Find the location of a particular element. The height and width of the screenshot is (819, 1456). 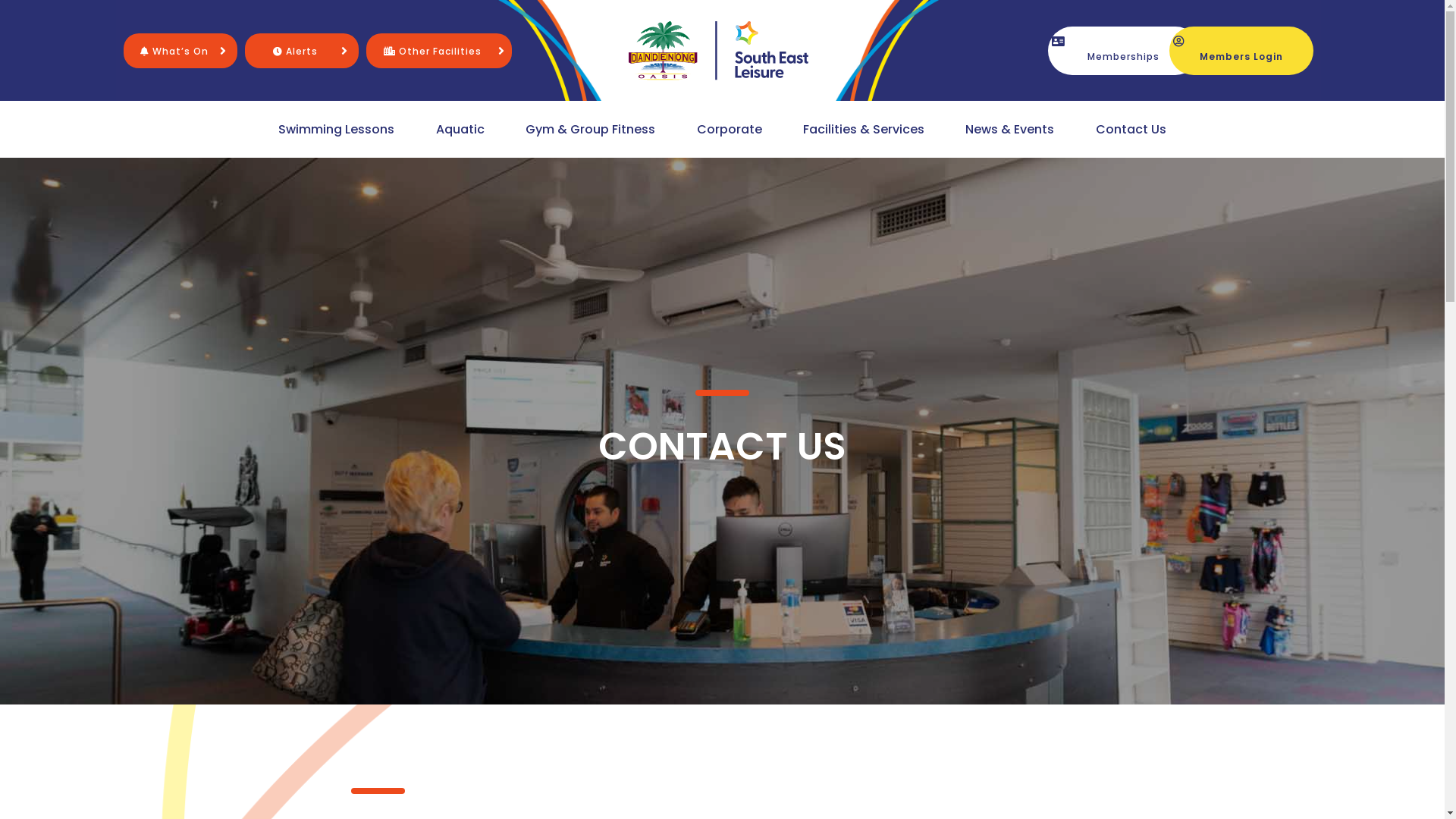

'Corporate' is located at coordinates (729, 128).